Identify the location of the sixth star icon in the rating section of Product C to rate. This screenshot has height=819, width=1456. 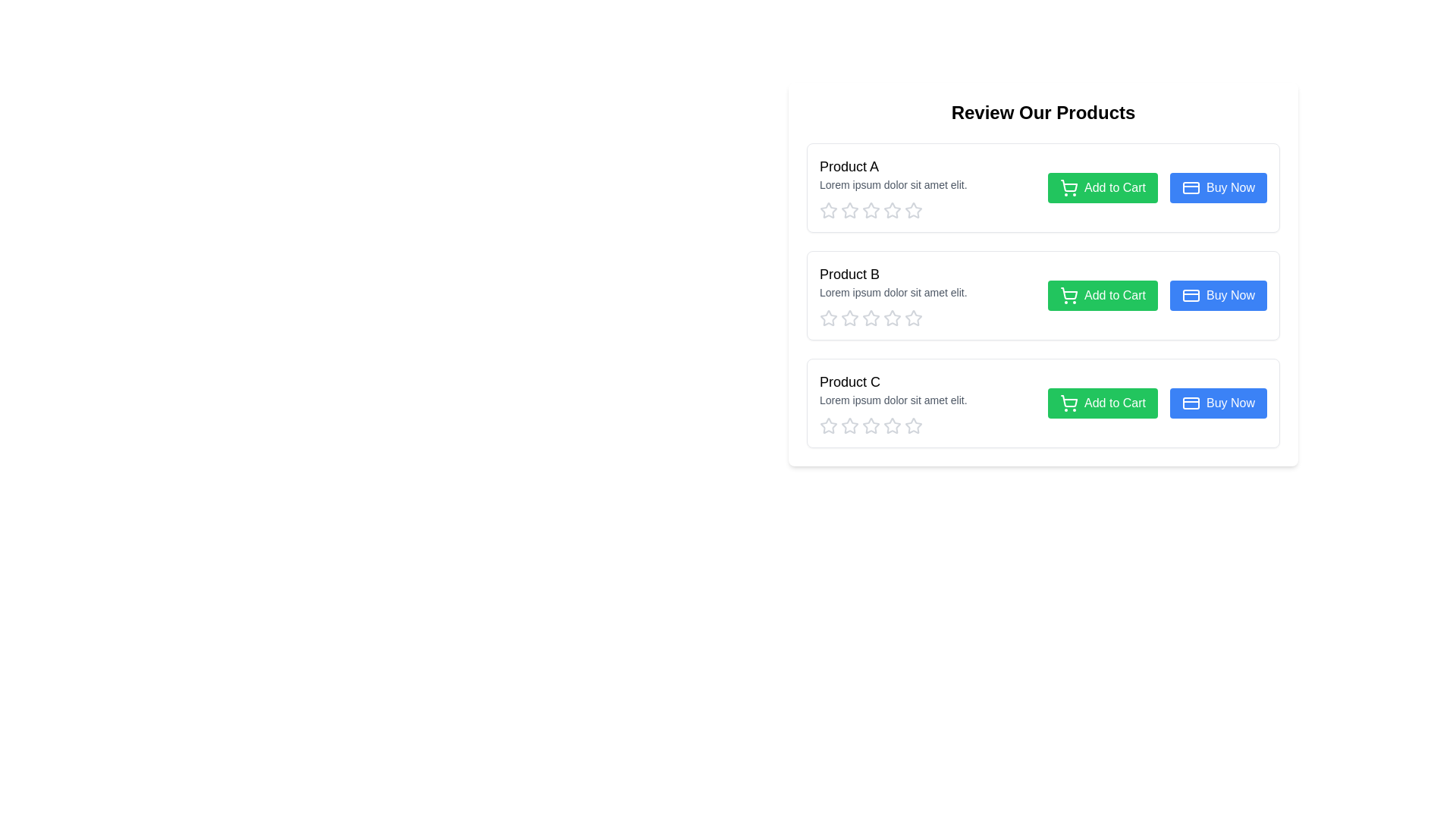
(892, 426).